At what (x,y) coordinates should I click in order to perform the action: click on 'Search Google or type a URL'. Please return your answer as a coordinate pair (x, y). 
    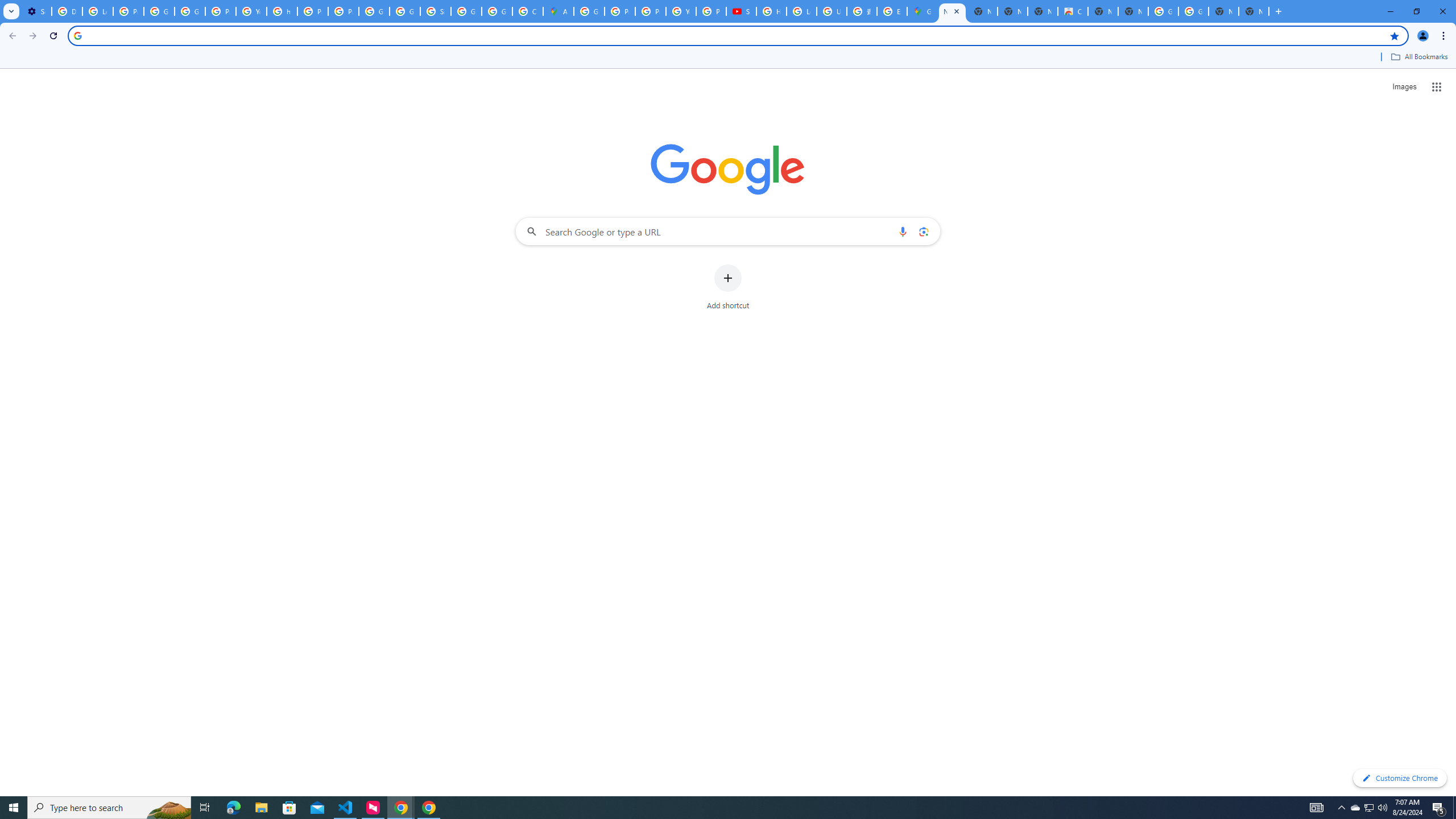
    Looking at the image, I should click on (728, 230).